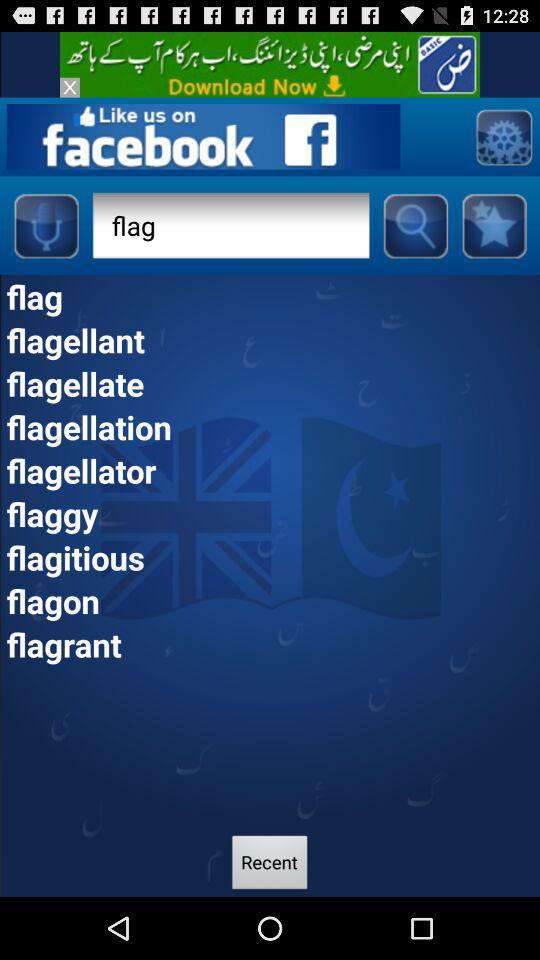  What do you see at coordinates (502, 145) in the screenshot?
I see `the settings icon` at bounding box center [502, 145].